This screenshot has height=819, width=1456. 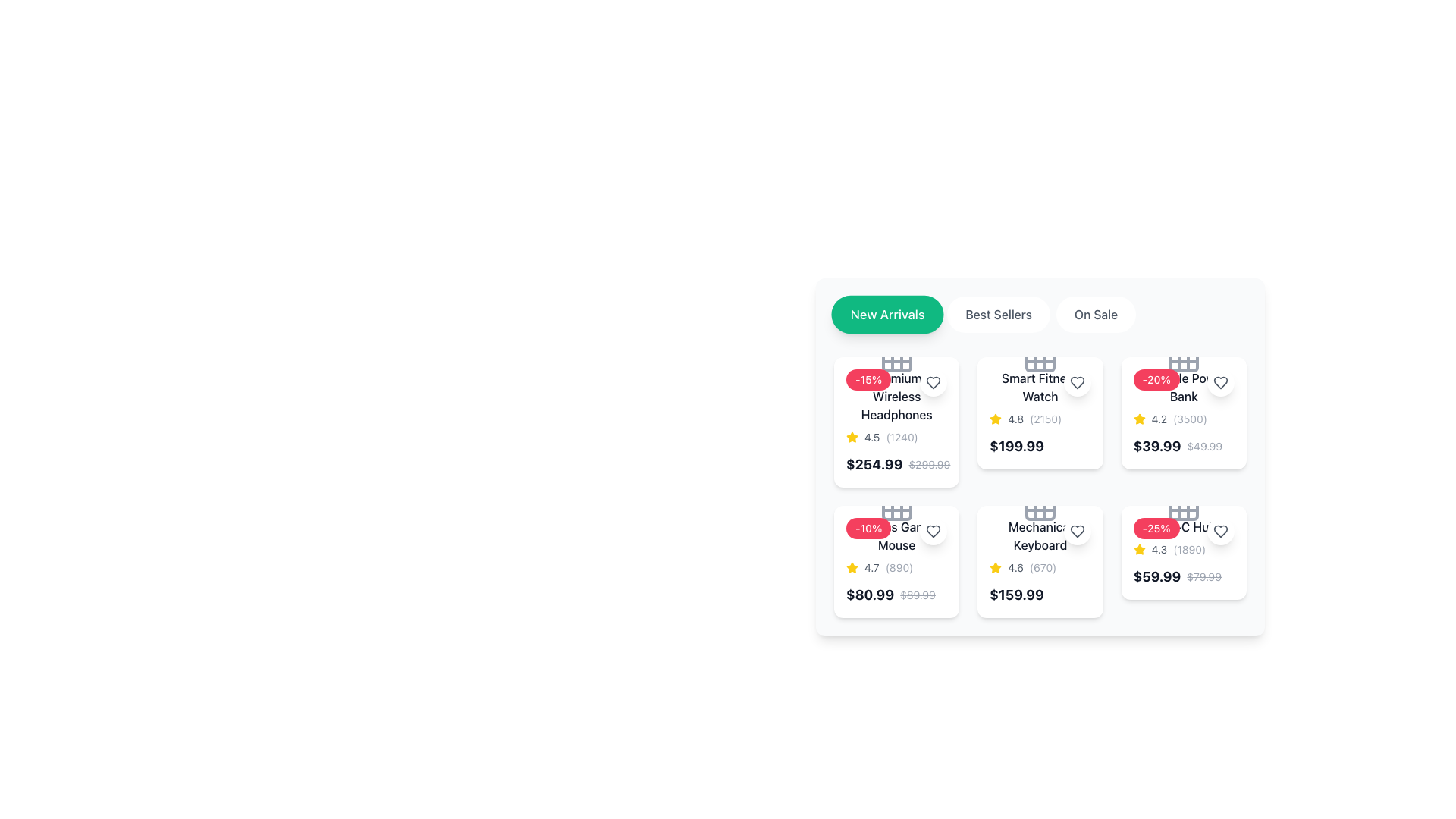 What do you see at coordinates (1040, 595) in the screenshot?
I see `prominent price text '$159.99' displayed in bold within the price section of the 'Mechanical Keyboard' card located in the bottom row, middle column of the grid layout` at bounding box center [1040, 595].